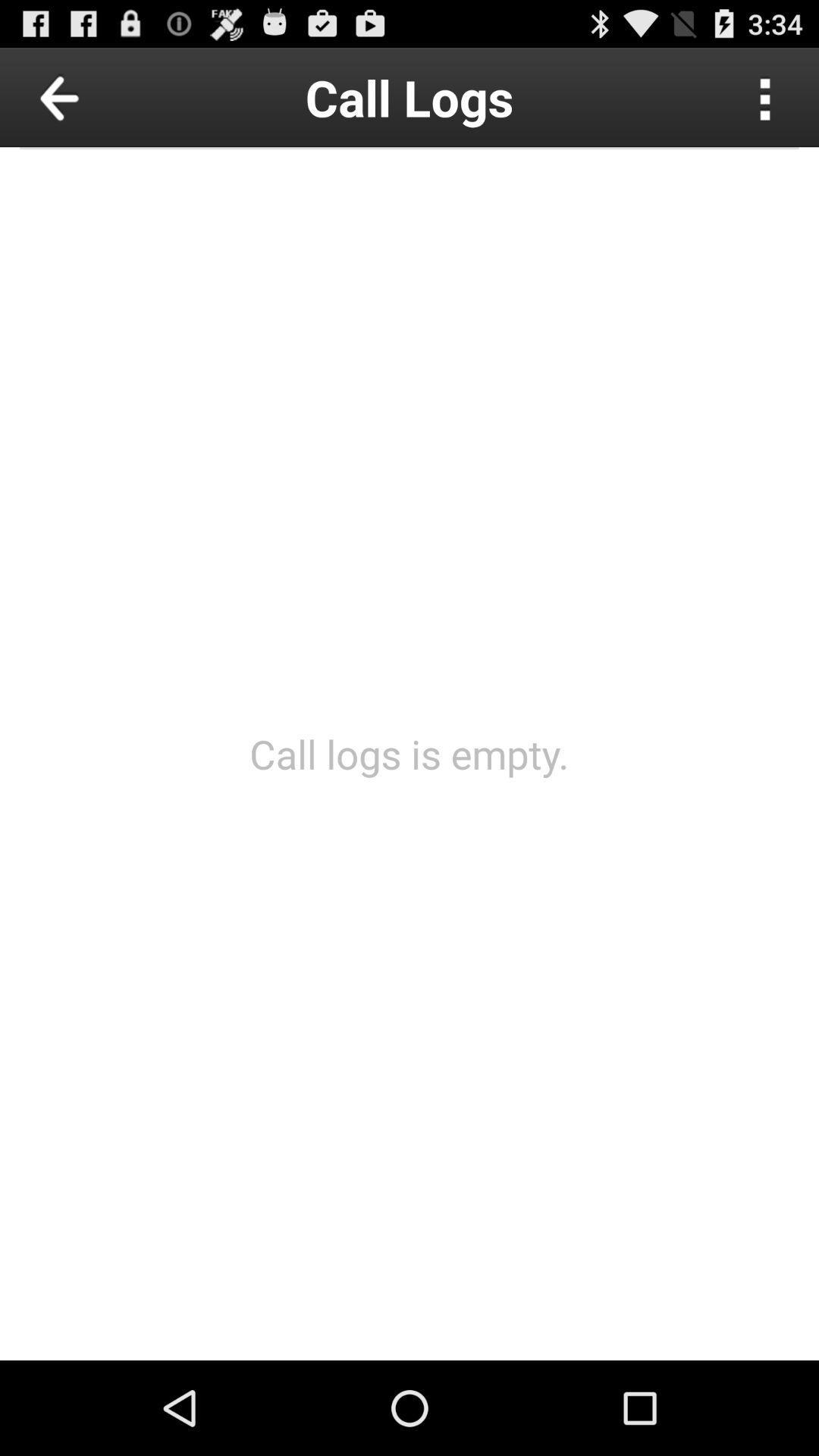 This screenshot has height=1456, width=819. I want to click on the more icon, so click(765, 103).